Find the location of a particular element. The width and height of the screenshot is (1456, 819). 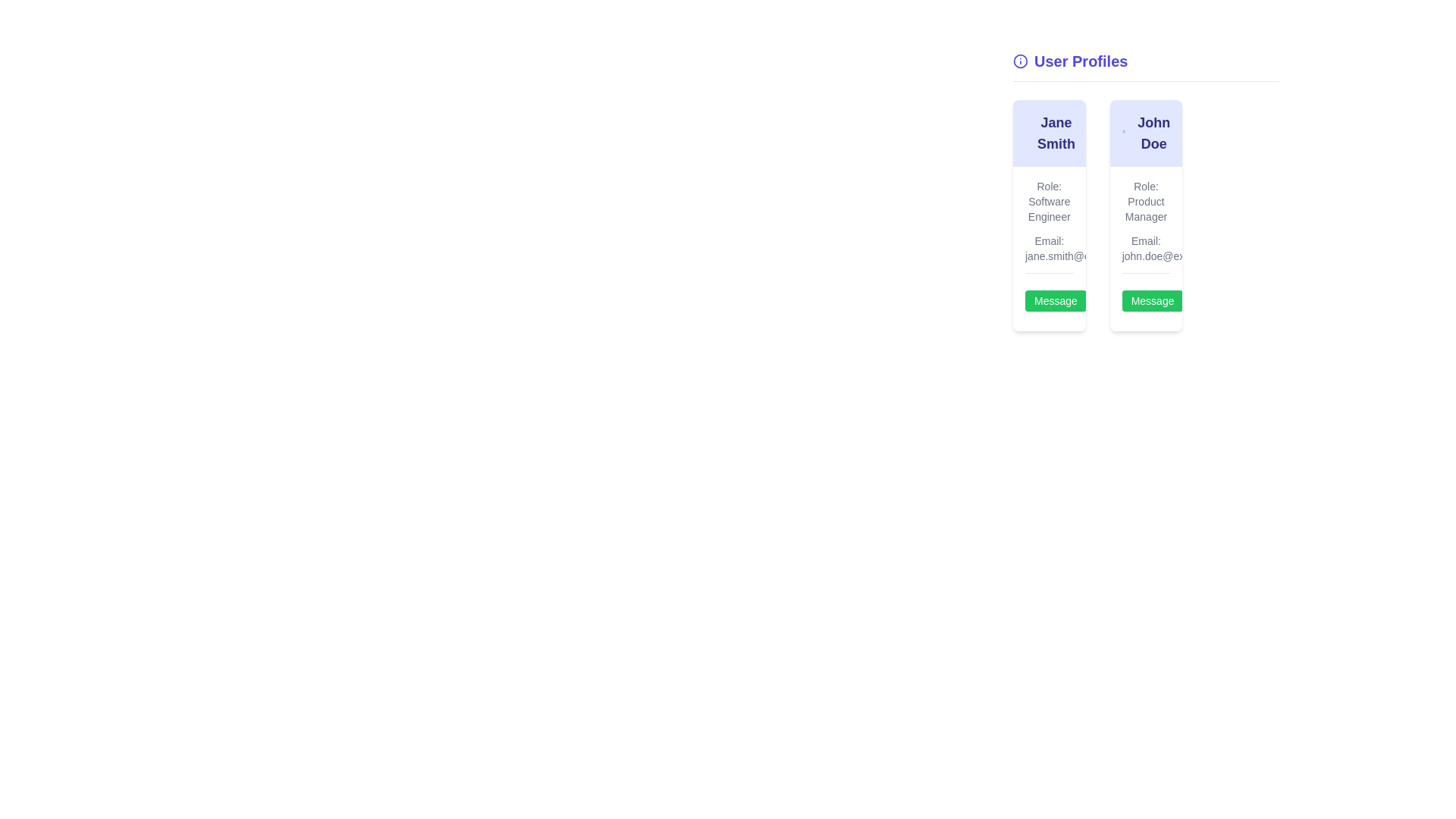

the 'Message' button for user 'John Doe', located at the bottom section of their user card on the right-hand side of the interface is located at coordinates (1153, 301).